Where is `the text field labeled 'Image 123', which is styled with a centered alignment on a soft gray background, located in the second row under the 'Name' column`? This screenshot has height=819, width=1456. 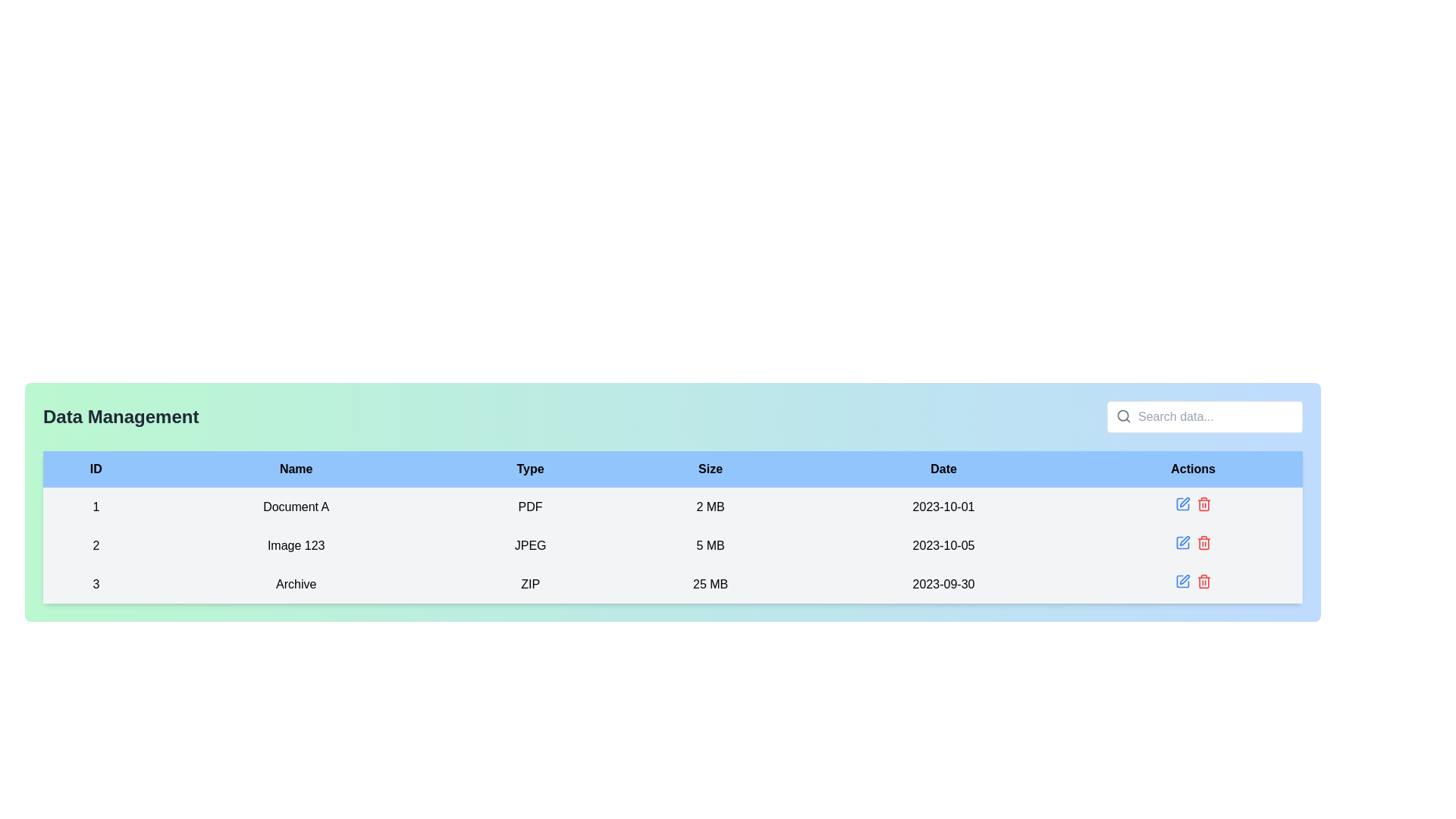
the text field labeled 'Image 123', which is styled with a centered alignment on a soft gray background, located in the second row under the 'Name' column is located at coordinates (296, 544).